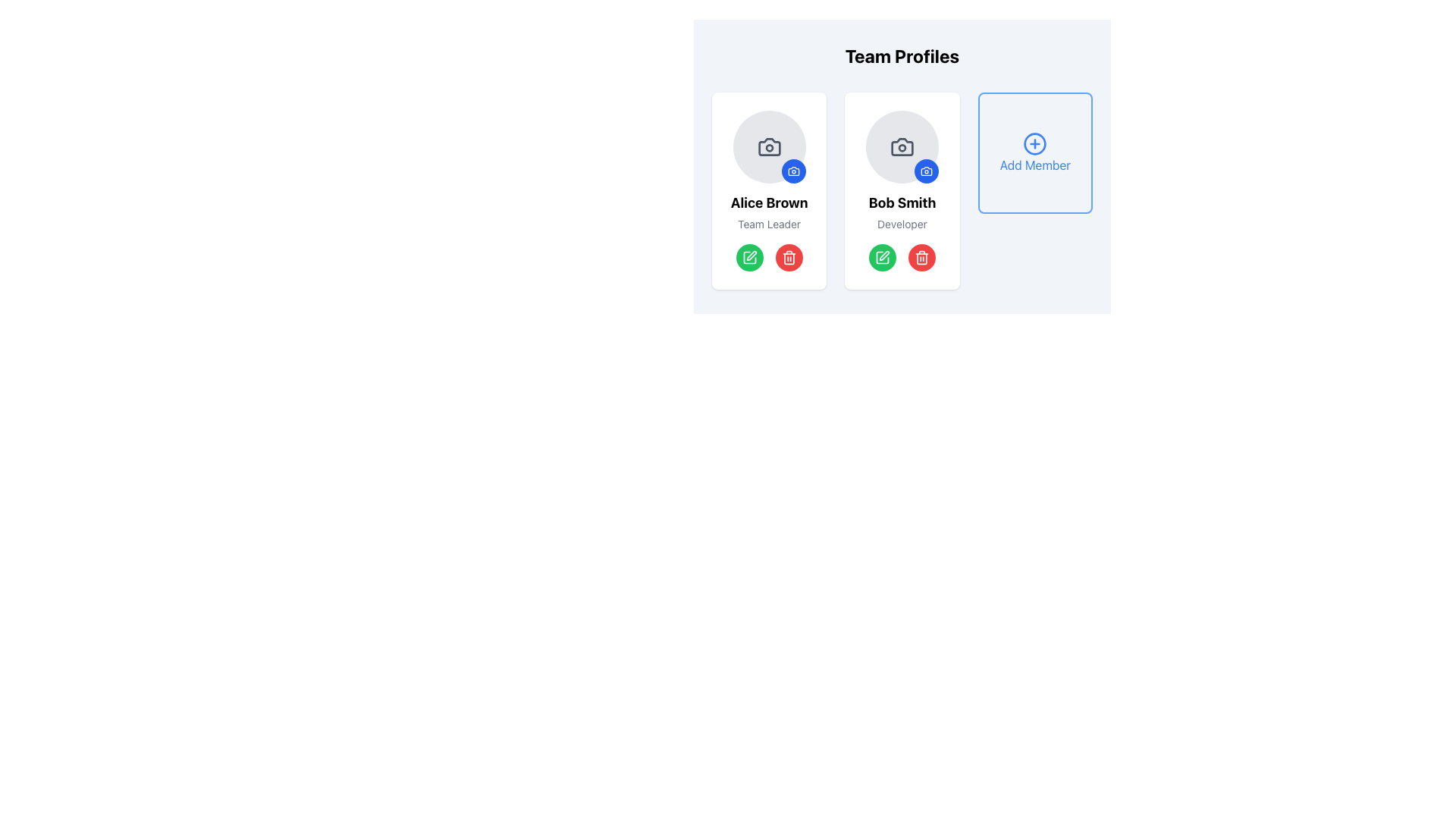  What do you see at coordinates (792, 171) in the screenshot?
I see `the button to upload or manage the profile picture for 'Alice Brown, Team Leader' located at the bottom-right corner of the circular profile picture area` at bounding box center [792, 171].